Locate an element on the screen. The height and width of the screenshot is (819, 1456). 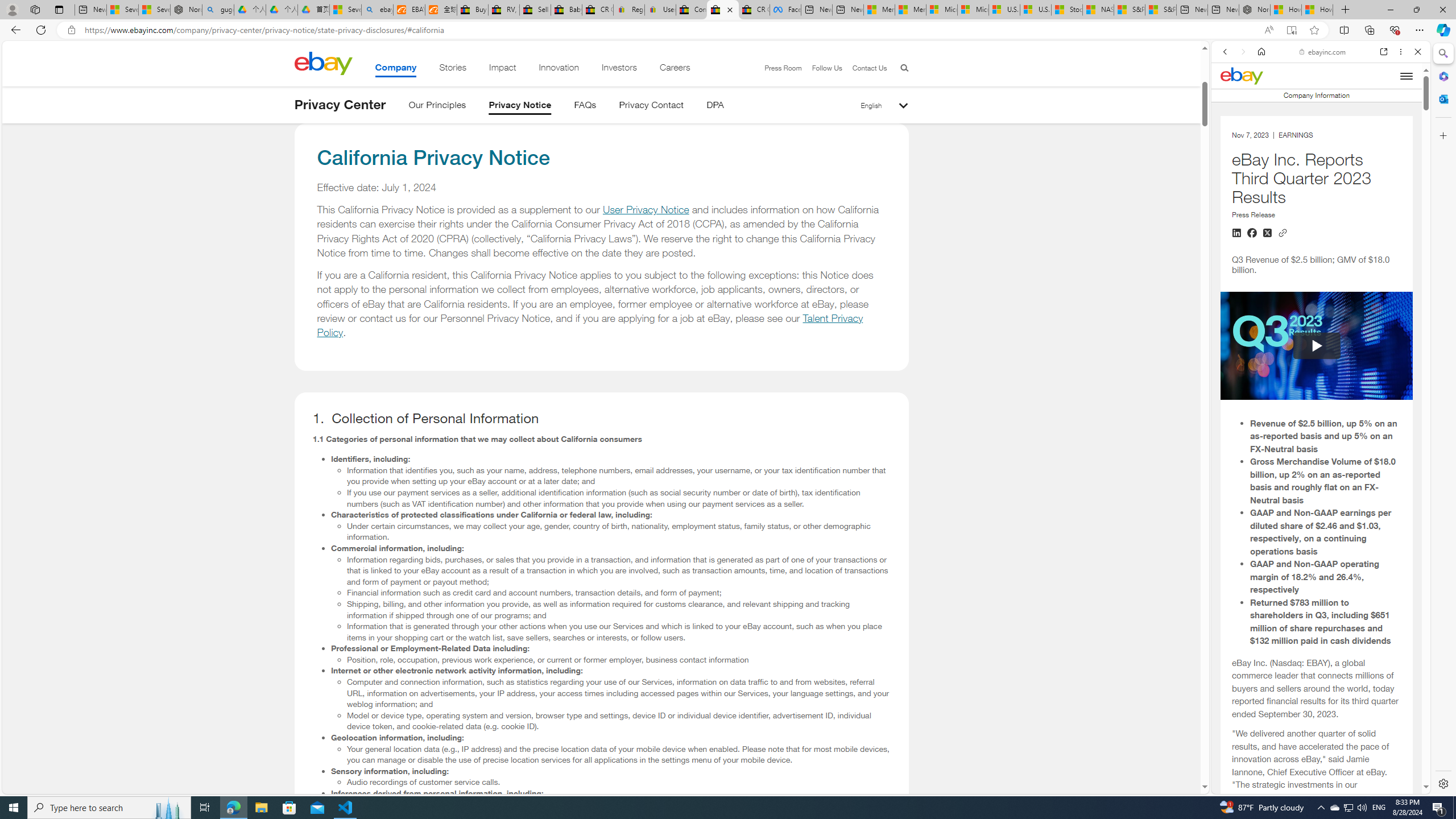
'Privacy Contact' is located at coordinates (651, 106).